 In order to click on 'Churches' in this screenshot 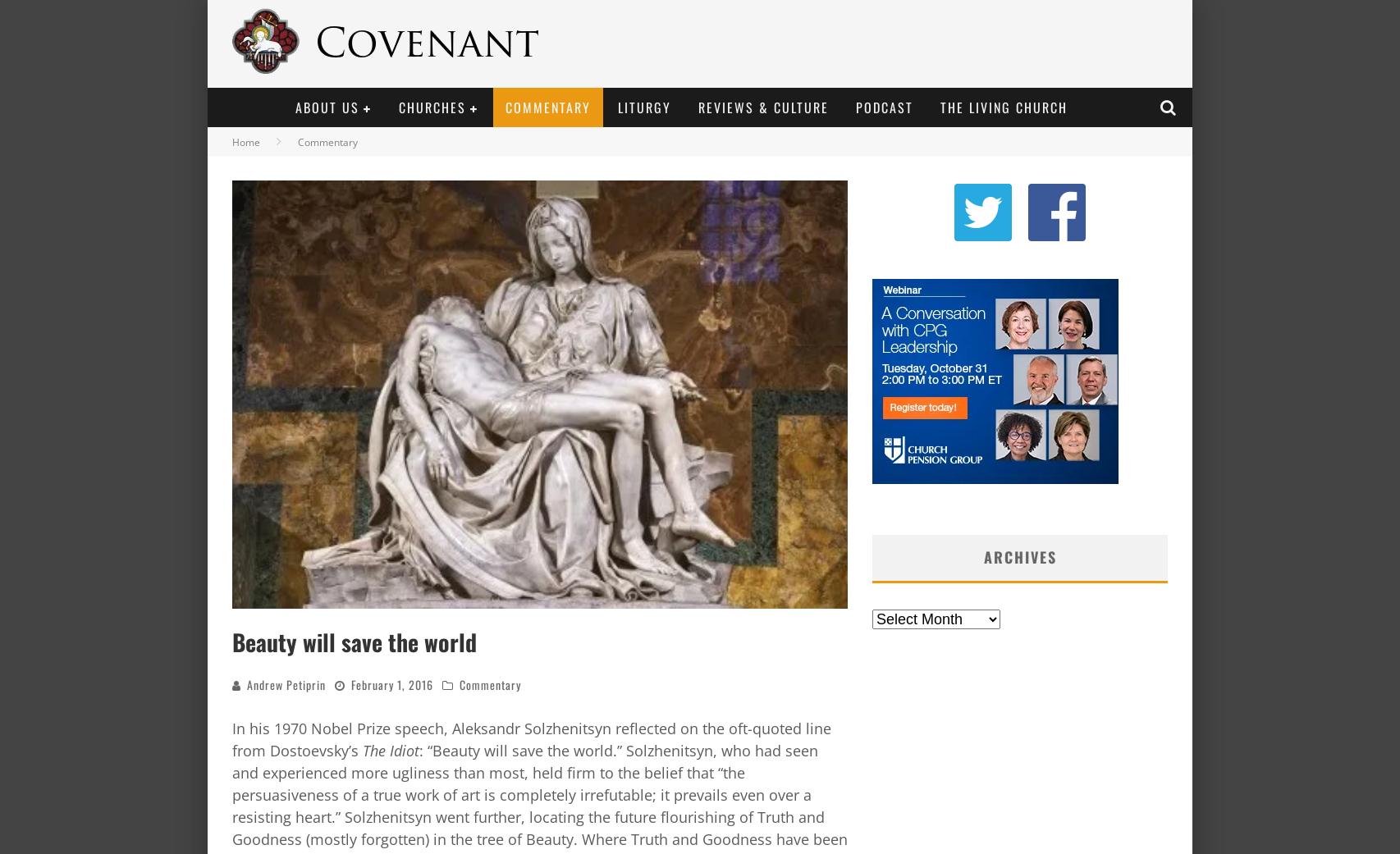, I will do `click(431, 107)`.